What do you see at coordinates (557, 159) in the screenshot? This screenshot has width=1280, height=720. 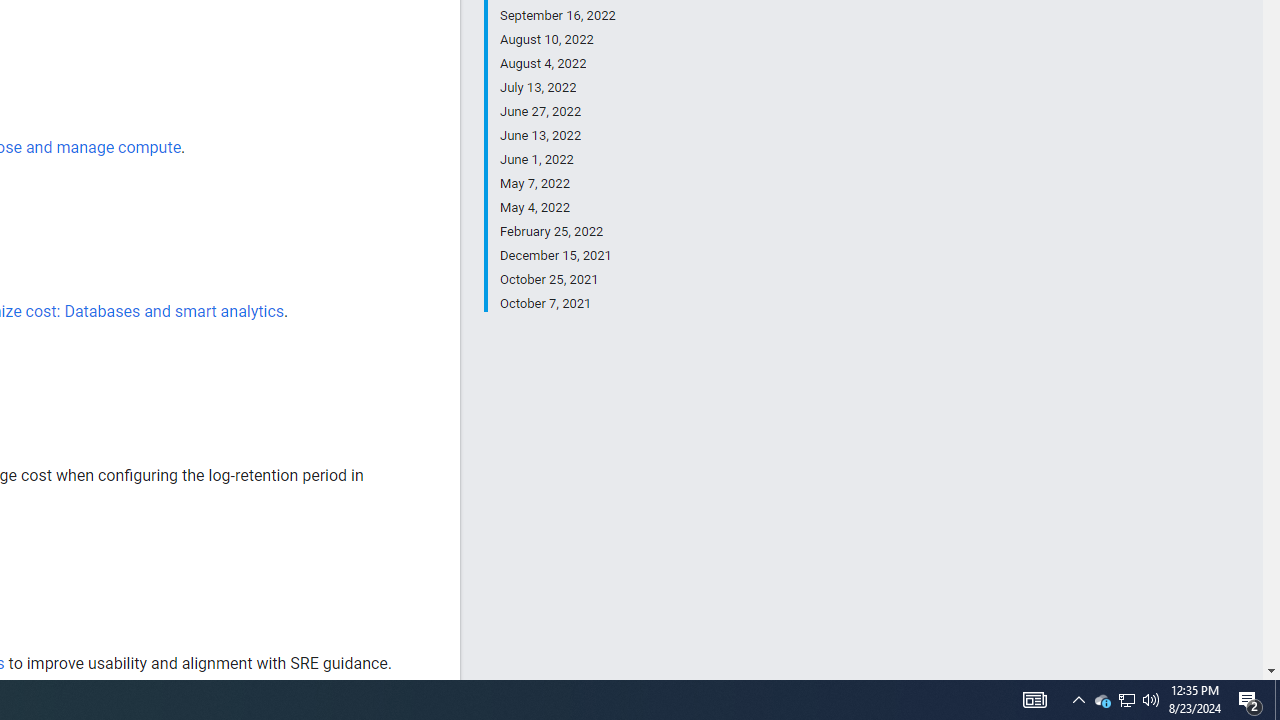 I see `'June 1, 2022'` at bounding box center [557, 159].